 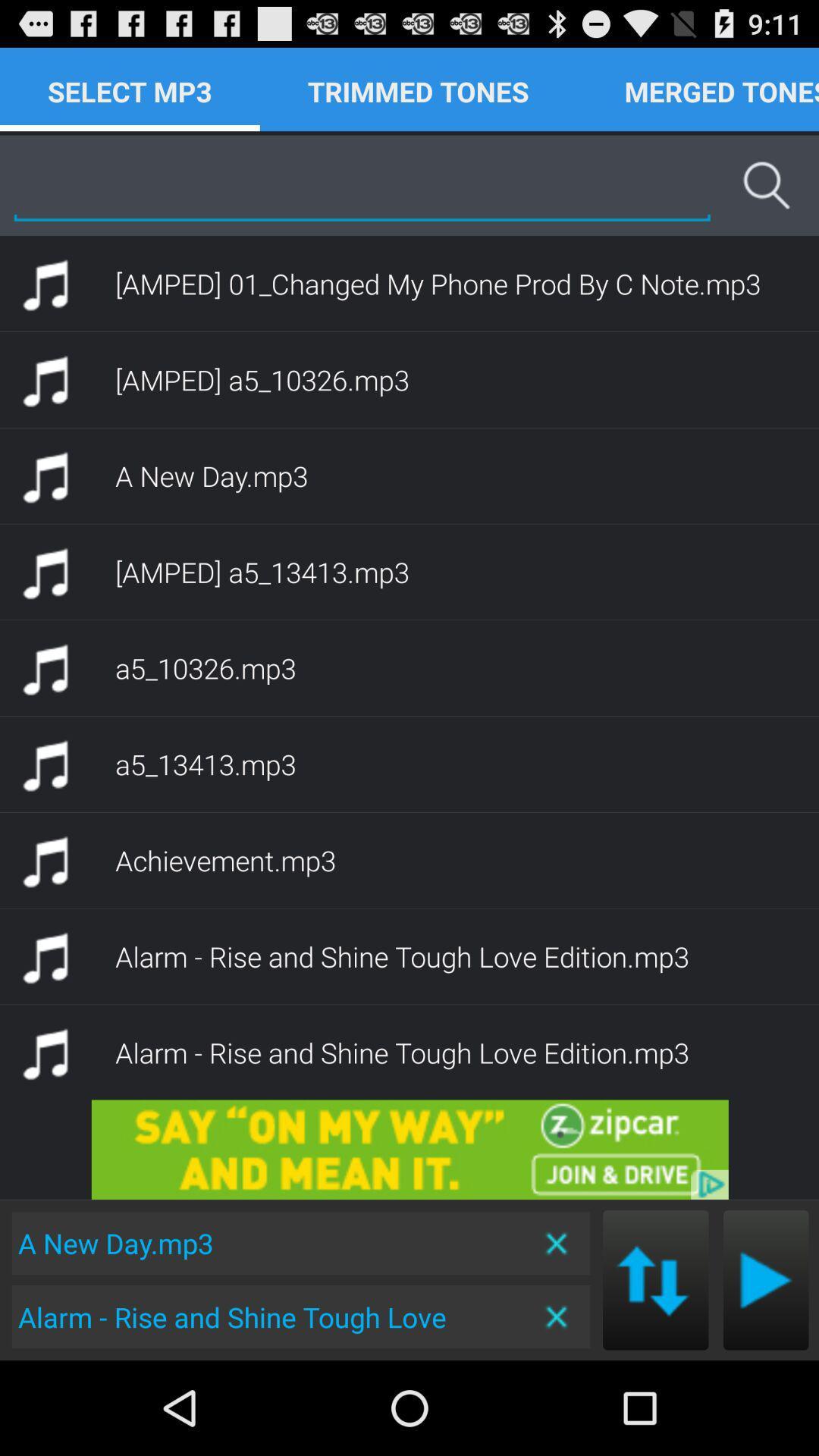 What do you see at coordinates (557, 1408) in the screenshot?
I see `the close icon` at bounding box center [557, 1408].